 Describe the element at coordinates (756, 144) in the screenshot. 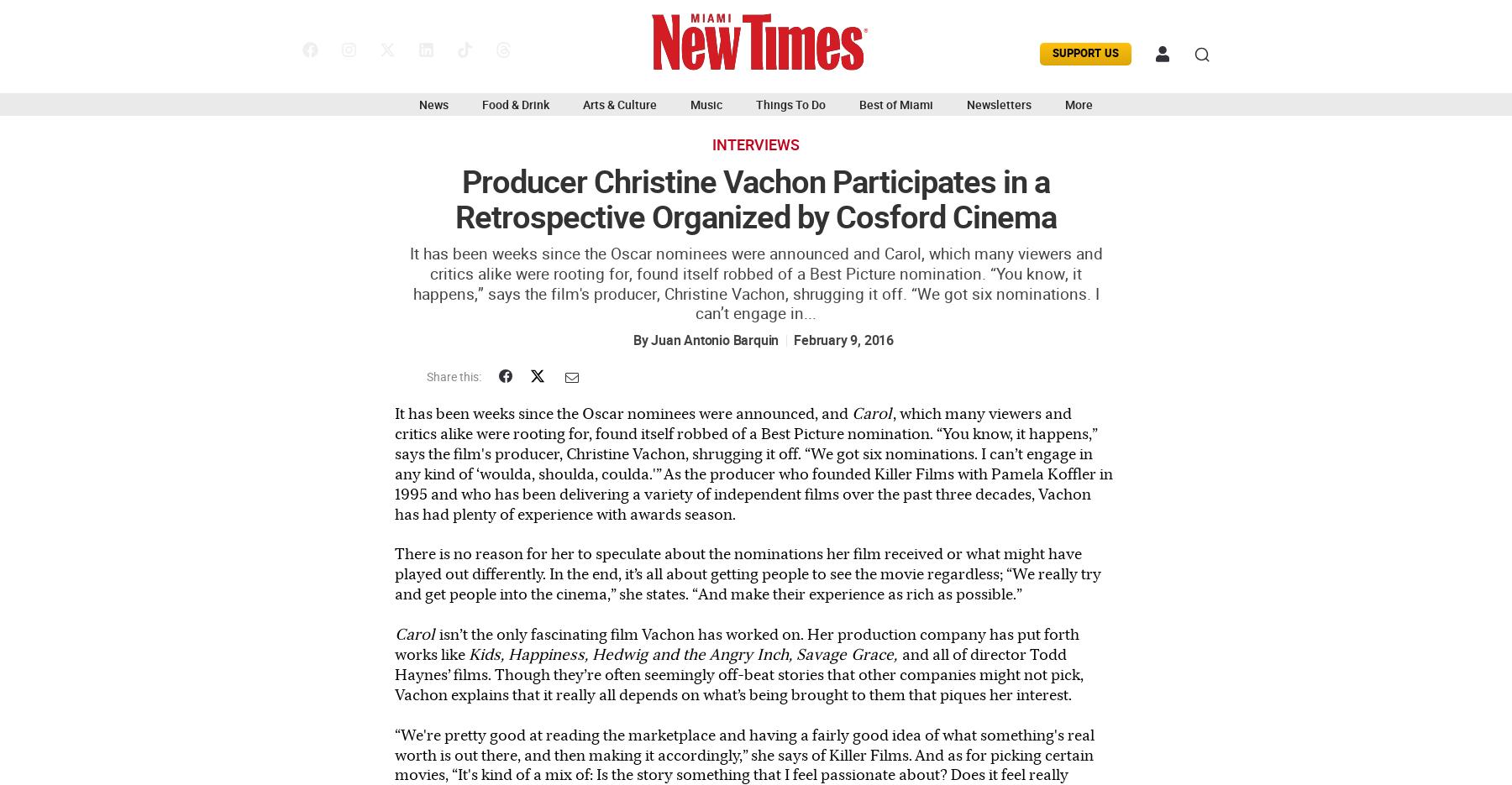

I see `'Interviews'` at that location.